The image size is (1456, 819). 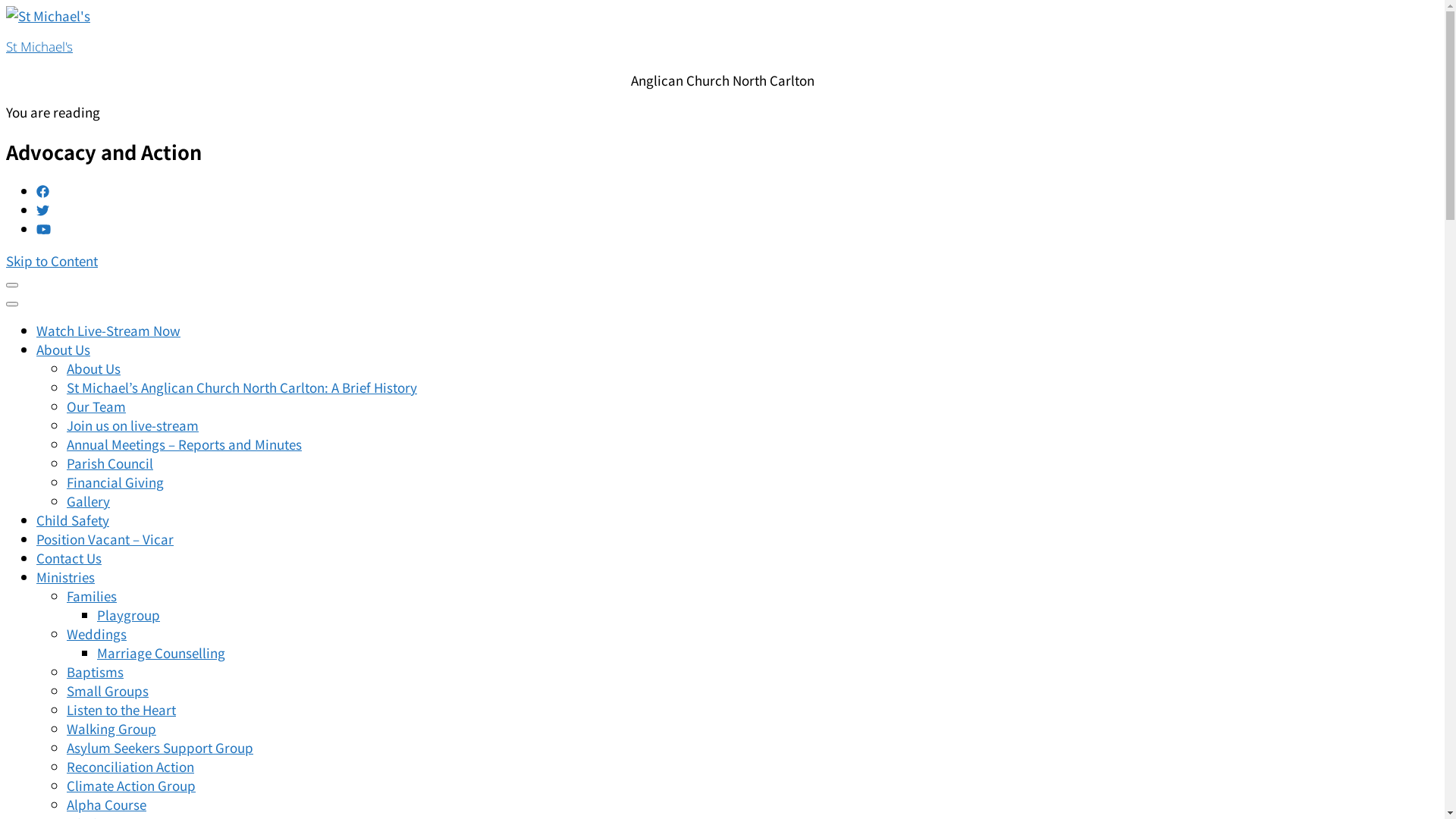 What do you see at coordinates (130, 766) in the screenshot?
I see `'Reconciliation Action'` at bounding box center [130, 766].